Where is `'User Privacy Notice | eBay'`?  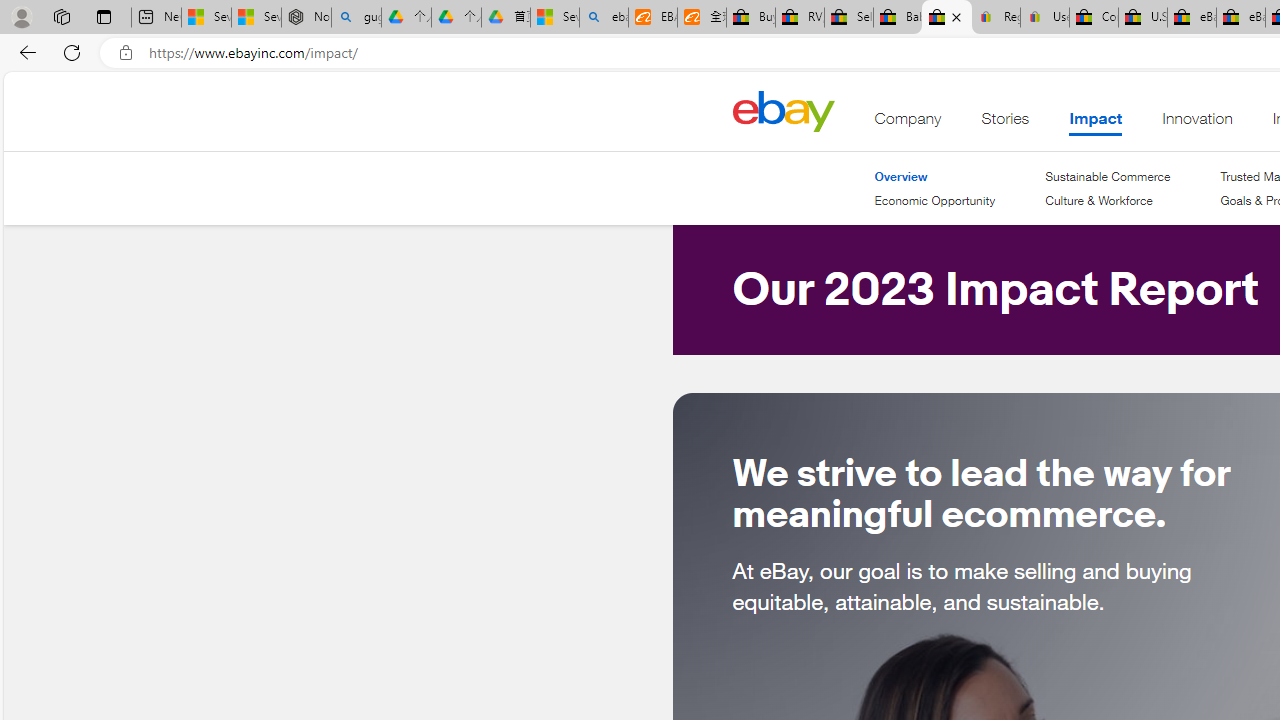
'User Privacy Notice | eBay' is located at coordinates (1044, 17).